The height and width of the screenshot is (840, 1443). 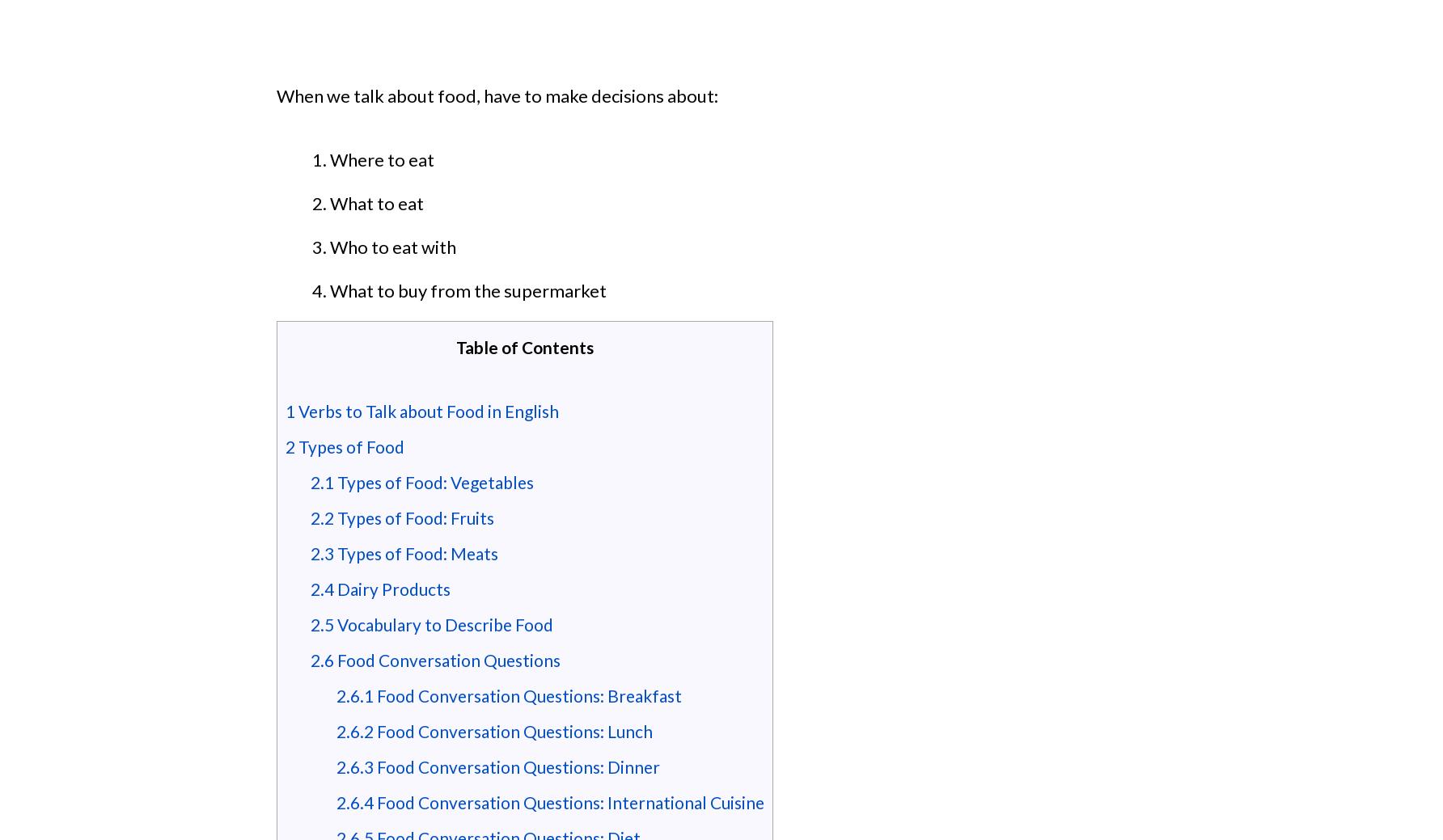 What do you see at coordinates (443, 623) in the screenshot?
I see `'Vocabulary to Describe Food'` at bounding box center [443, 623].